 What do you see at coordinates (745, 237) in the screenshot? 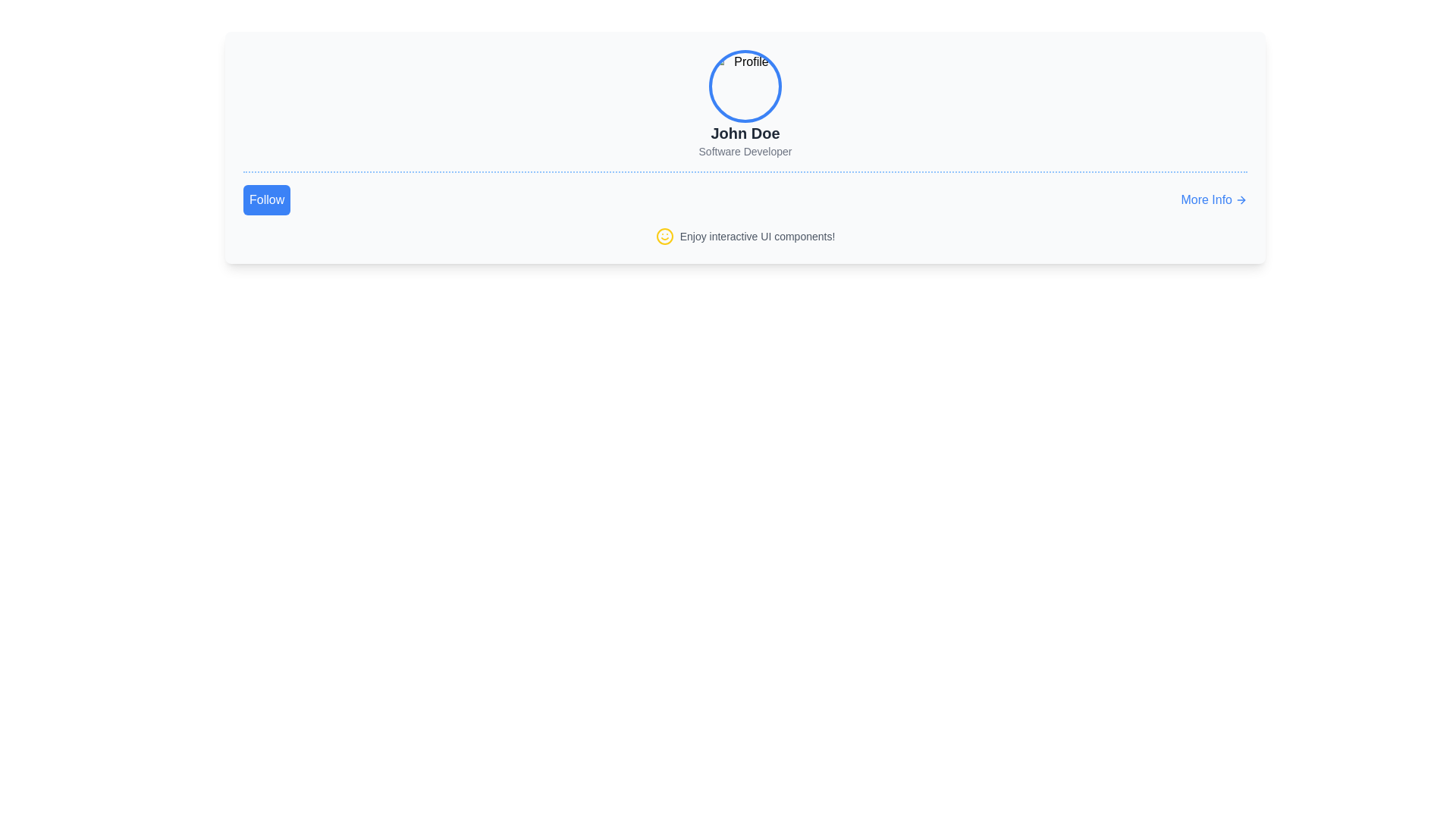
I see `informational label with an icon and text located in the lower section of the card layout, below the dashed blue line and centered horizontally, positioned underneath the 'John Doe' profile information card` at bounding box center [745, 237].